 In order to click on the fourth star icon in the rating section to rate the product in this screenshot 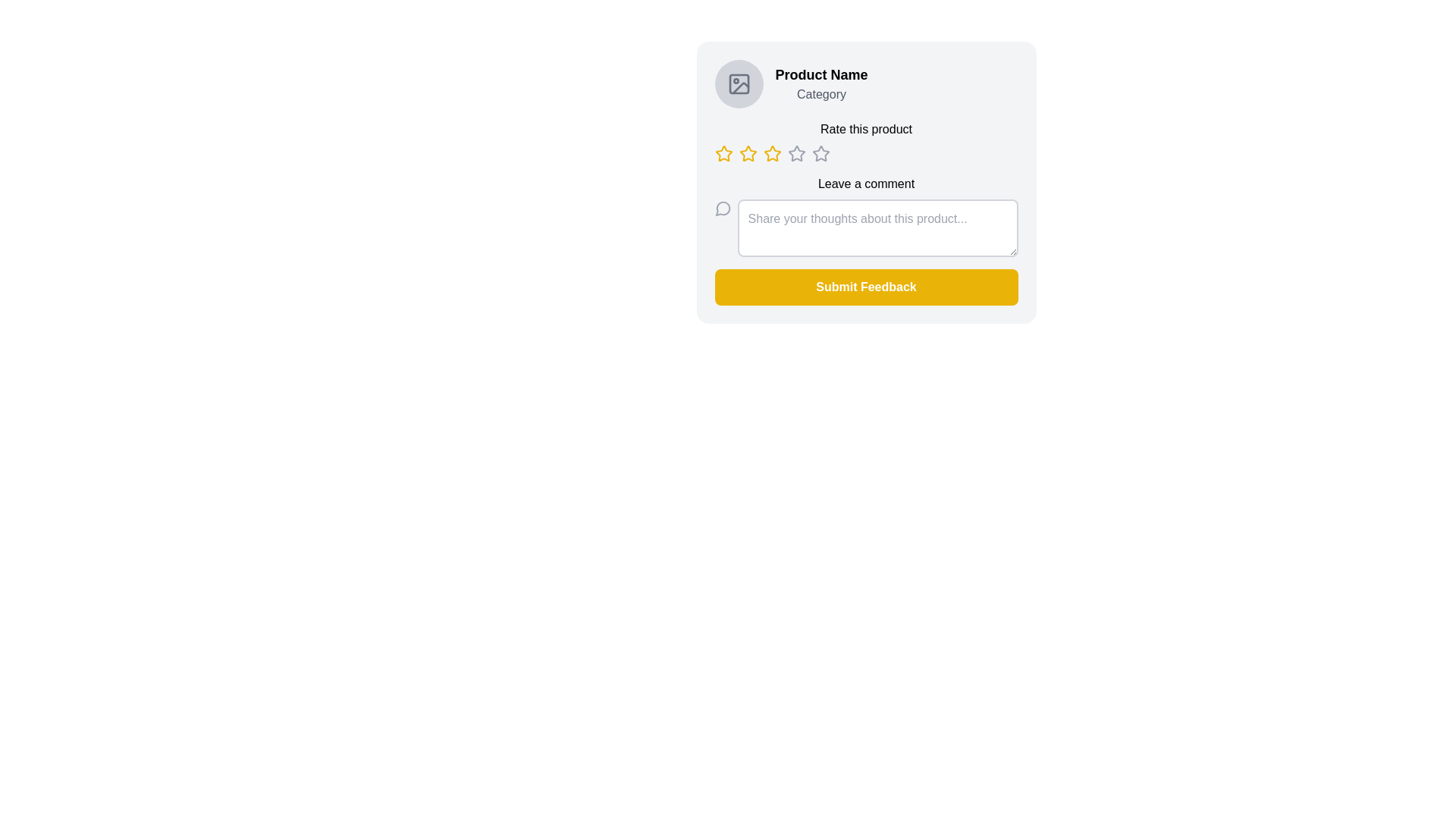, I will do `click(795, 152)`.